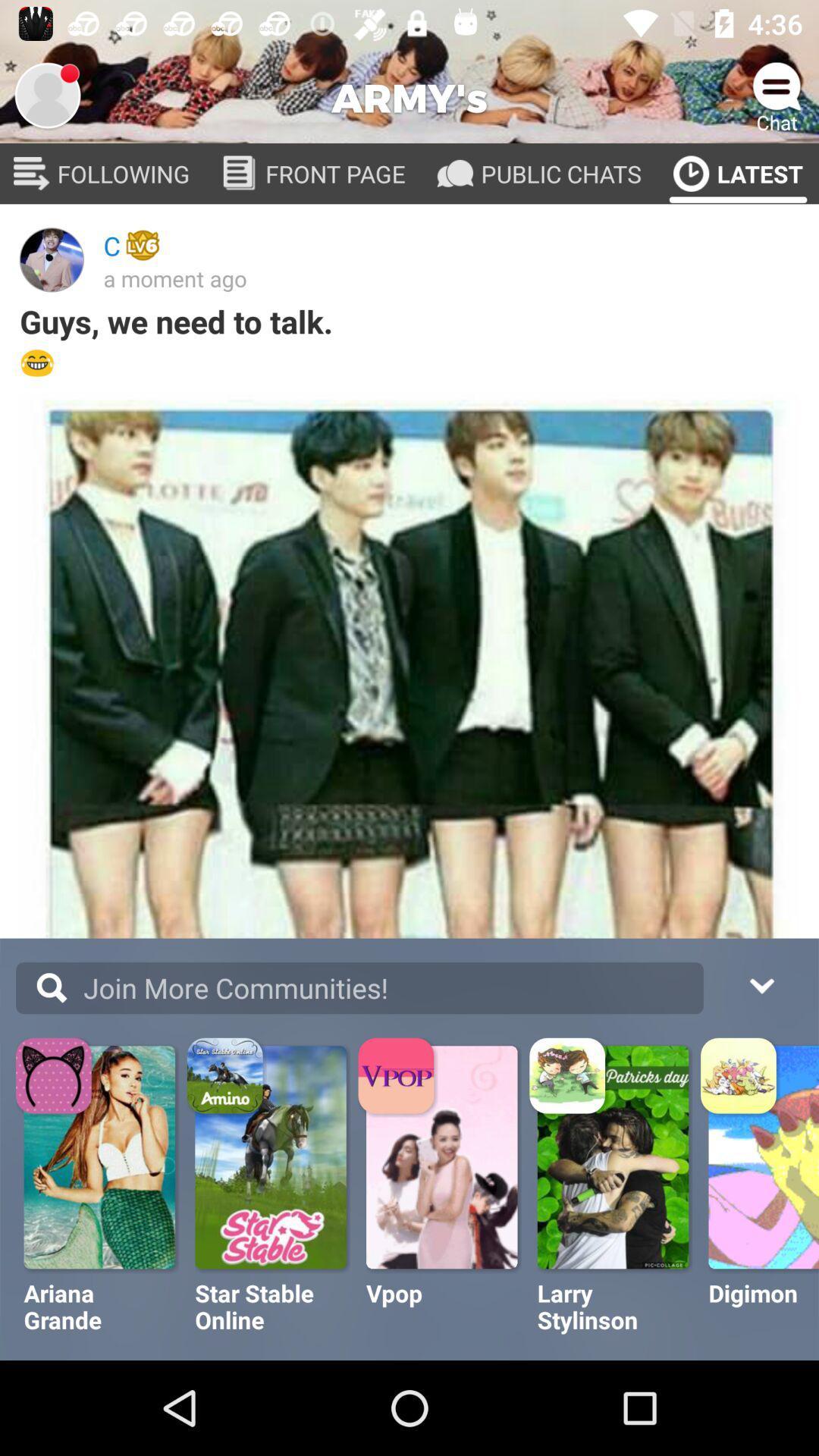  Describe the element at coordinates (764, 1156) in the screenshot. I see `digimon picture` at that location.